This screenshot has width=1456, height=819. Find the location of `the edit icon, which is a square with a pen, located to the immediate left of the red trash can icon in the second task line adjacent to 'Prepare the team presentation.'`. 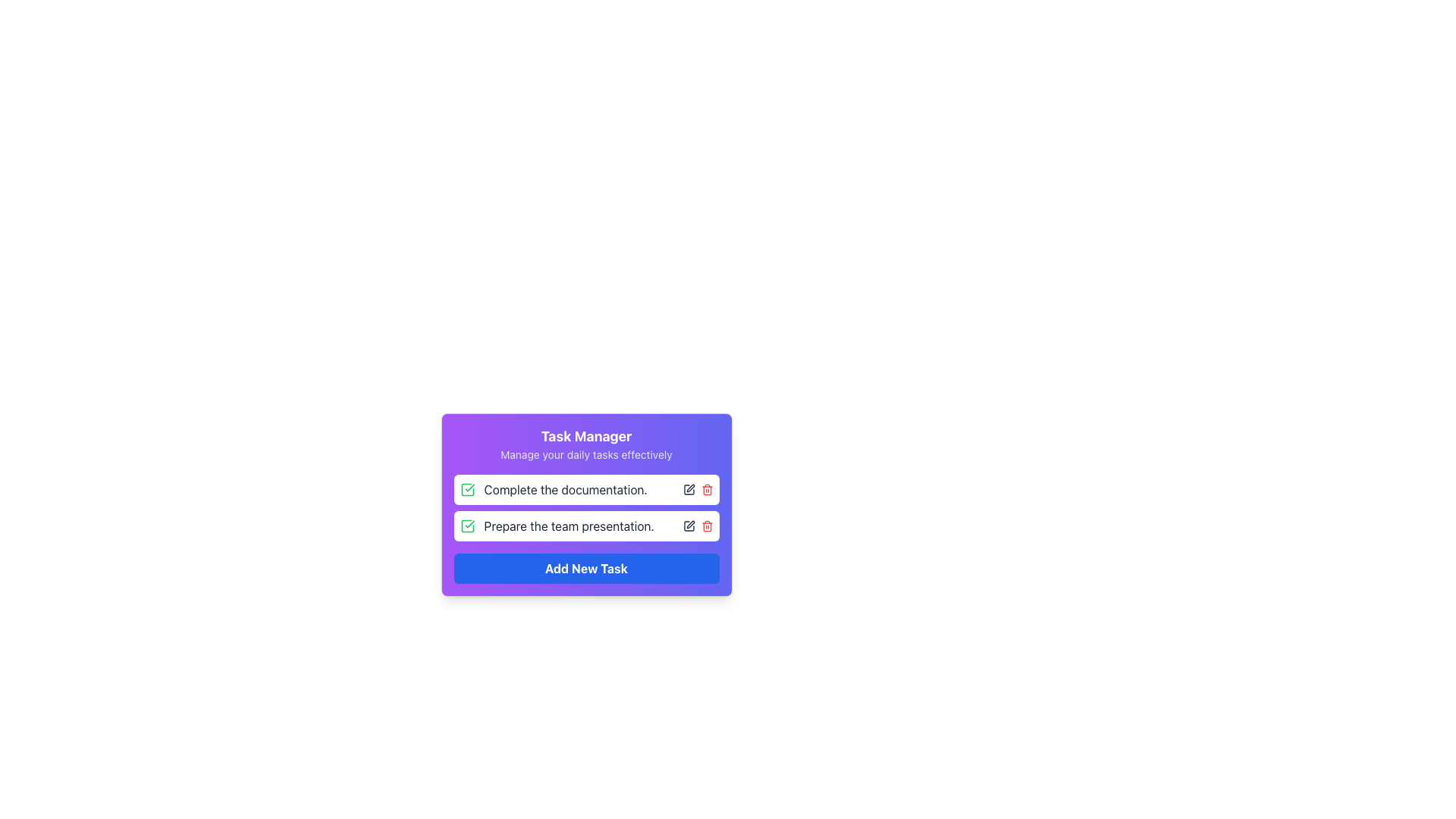

the edit icon, which is a square with a pen, located to the immediate left of the red trash can icon in the second task line adjacent to 'Prepare the team presentation.' is located at coordinates (688, 526).